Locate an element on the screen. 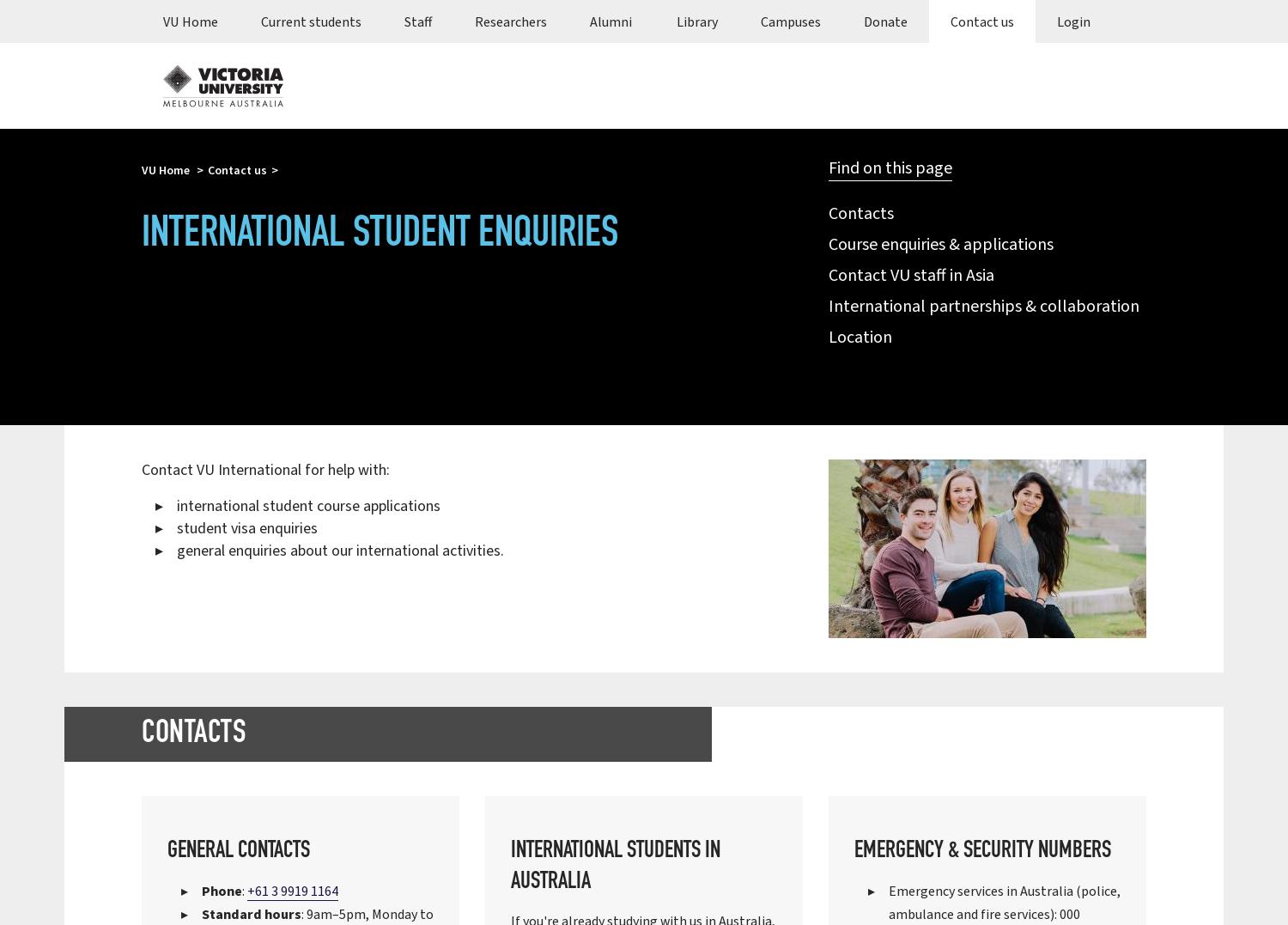 The height and width of the screenshot is (925, 1288). 'Staff' is located at coordinates (417, 21).